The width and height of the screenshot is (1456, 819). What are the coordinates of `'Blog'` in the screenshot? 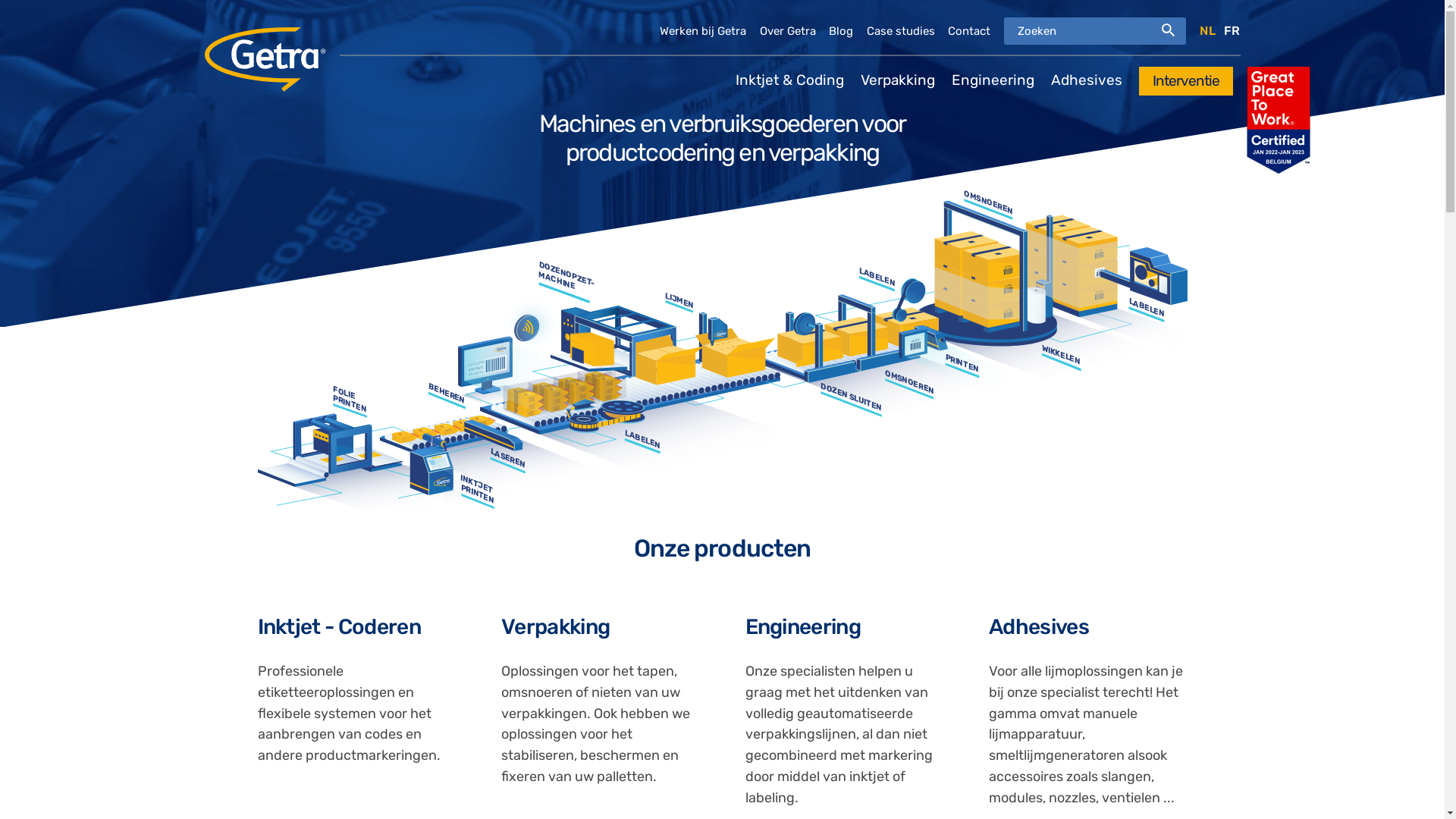 It's located at (839, 31).